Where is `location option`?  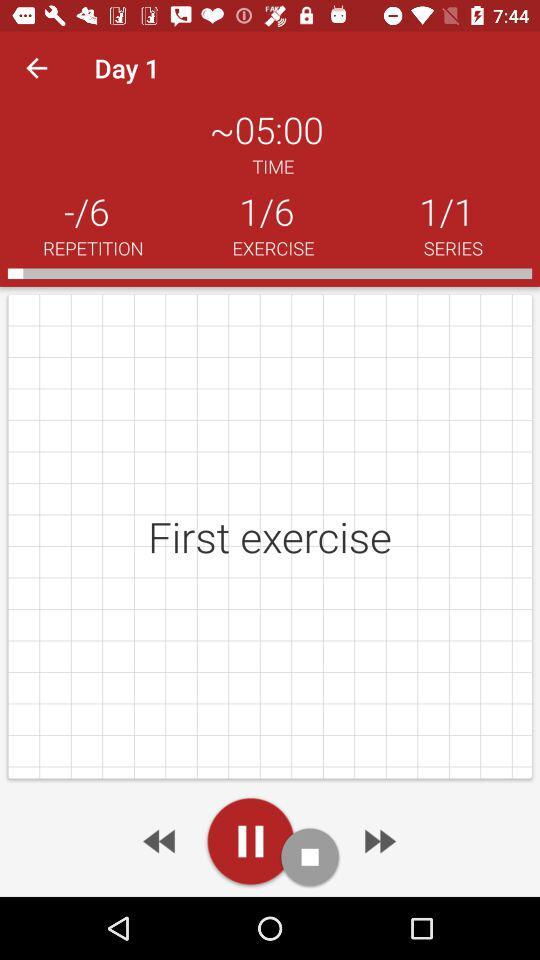 location option is located at coordinates (250, 840).